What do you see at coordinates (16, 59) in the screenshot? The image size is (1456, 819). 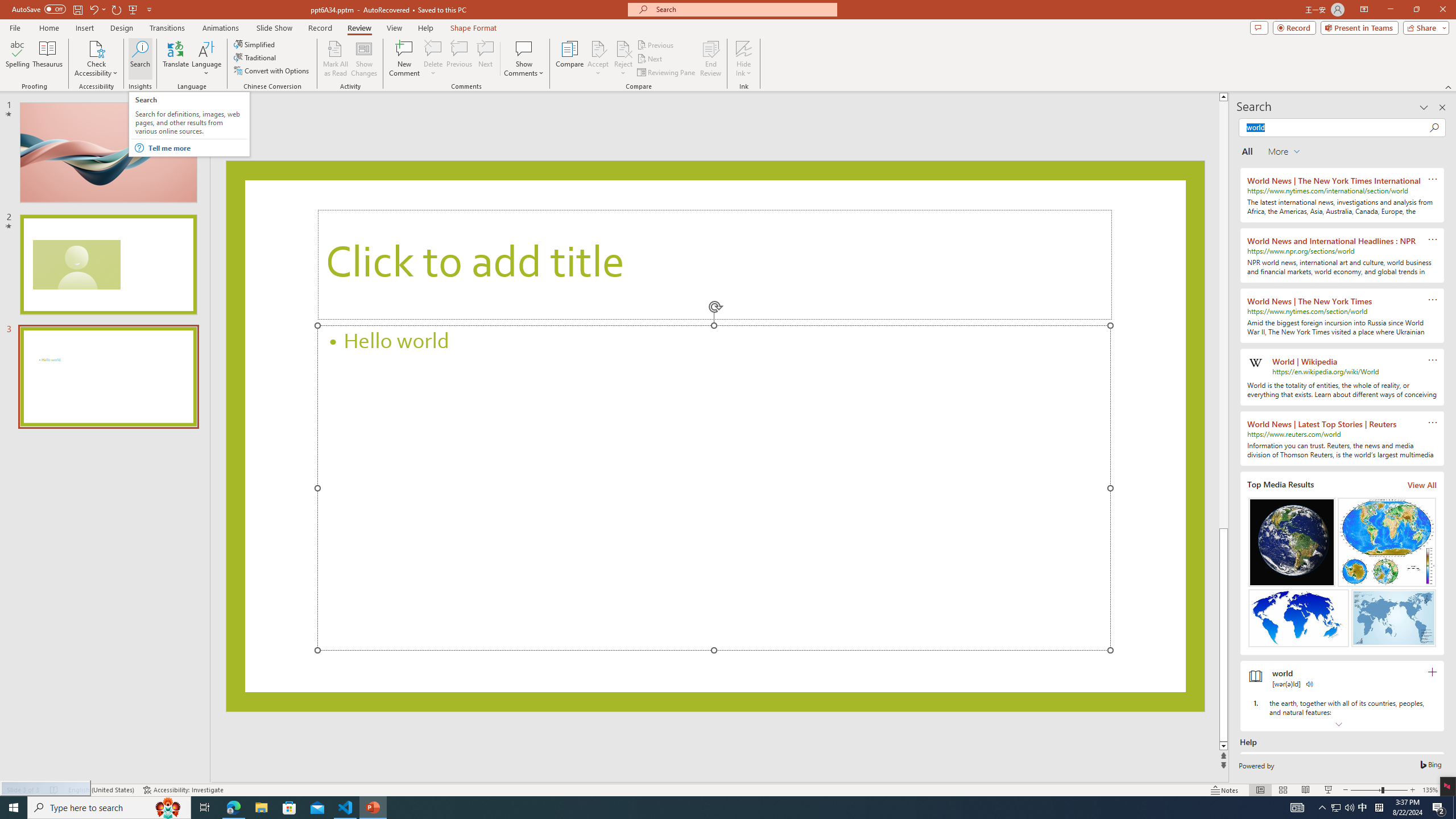 I see `'Spelling...'` at bounding box center [16, 59].